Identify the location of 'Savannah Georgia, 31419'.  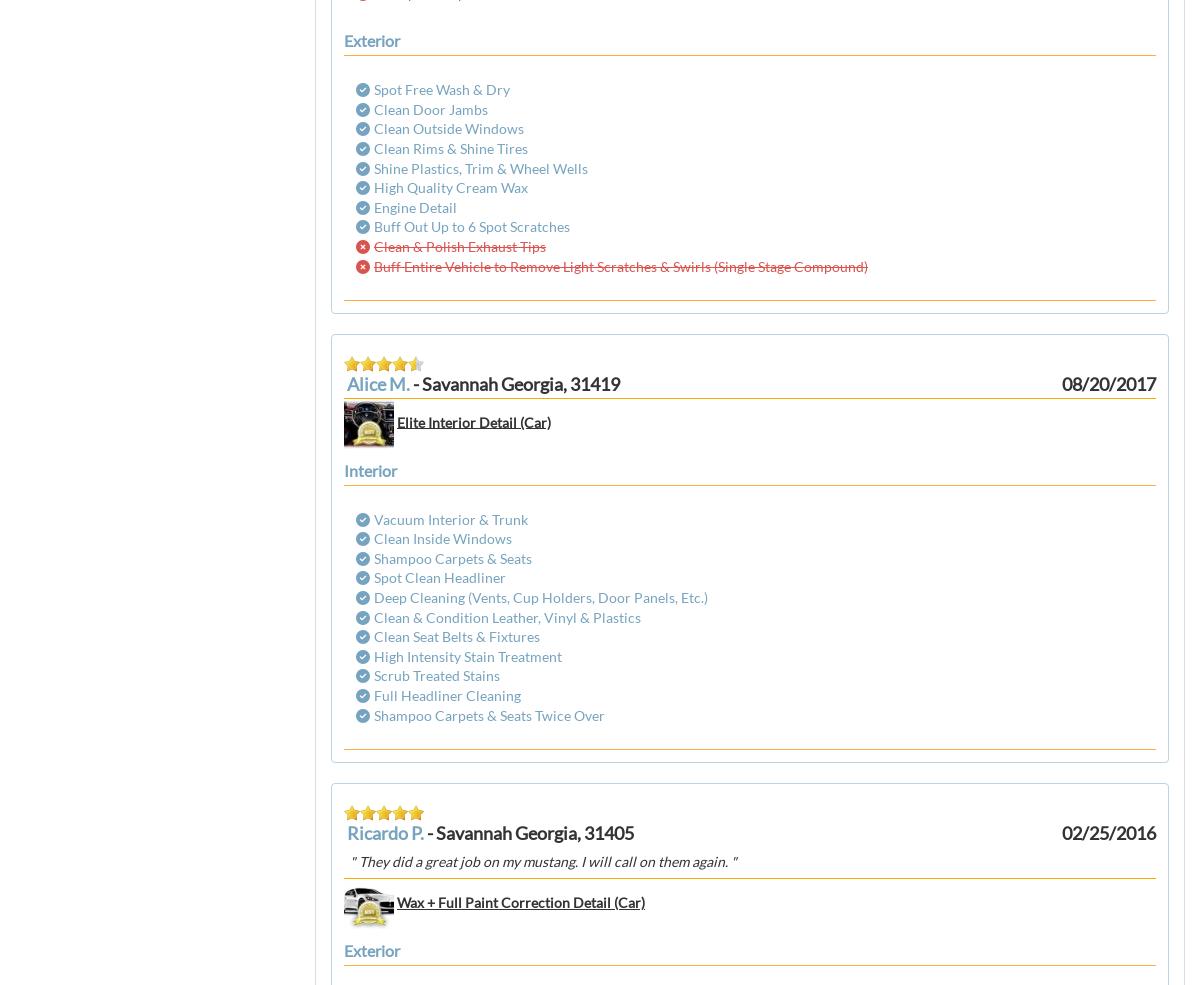
(520, 383).